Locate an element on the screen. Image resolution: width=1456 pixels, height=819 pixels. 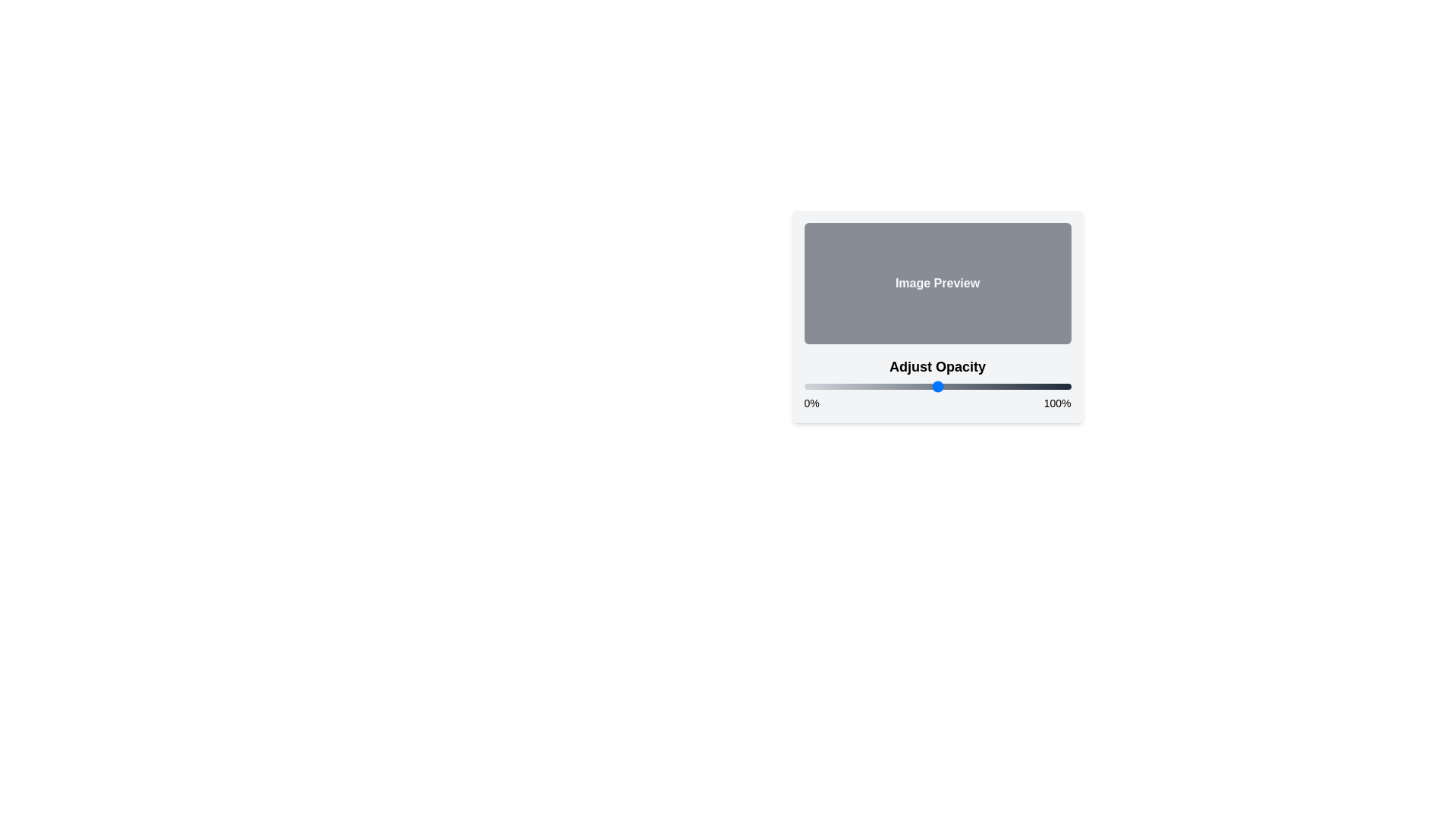
the opacity is located at coordinates (937, 385).